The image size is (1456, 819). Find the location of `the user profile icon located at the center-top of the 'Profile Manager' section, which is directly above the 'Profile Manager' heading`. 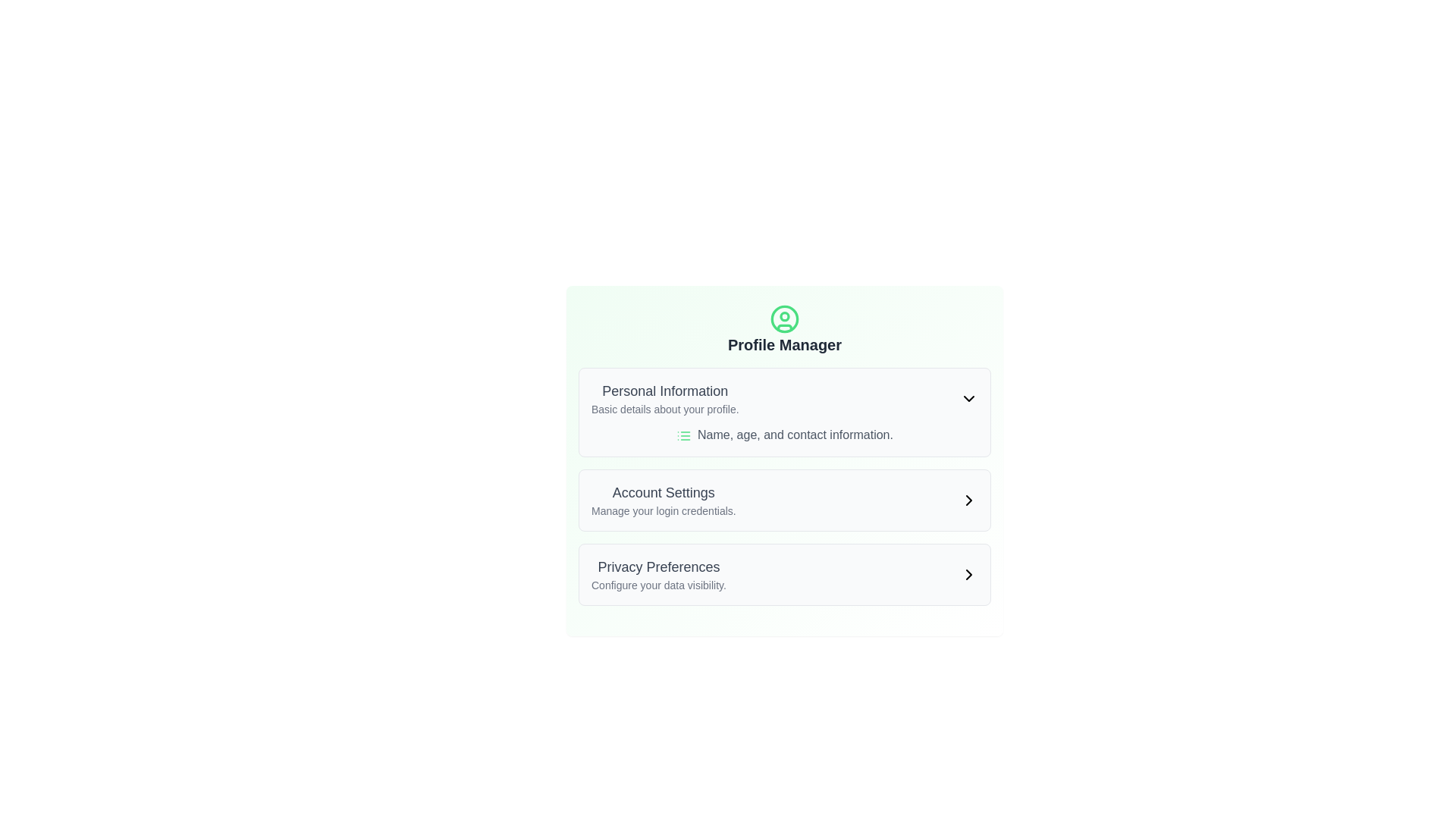

the user profile icon located at the center-top of the 'Profile Manager' section, which is directly above the 'Profile Manager' heading is located at coordinates (785, 318).